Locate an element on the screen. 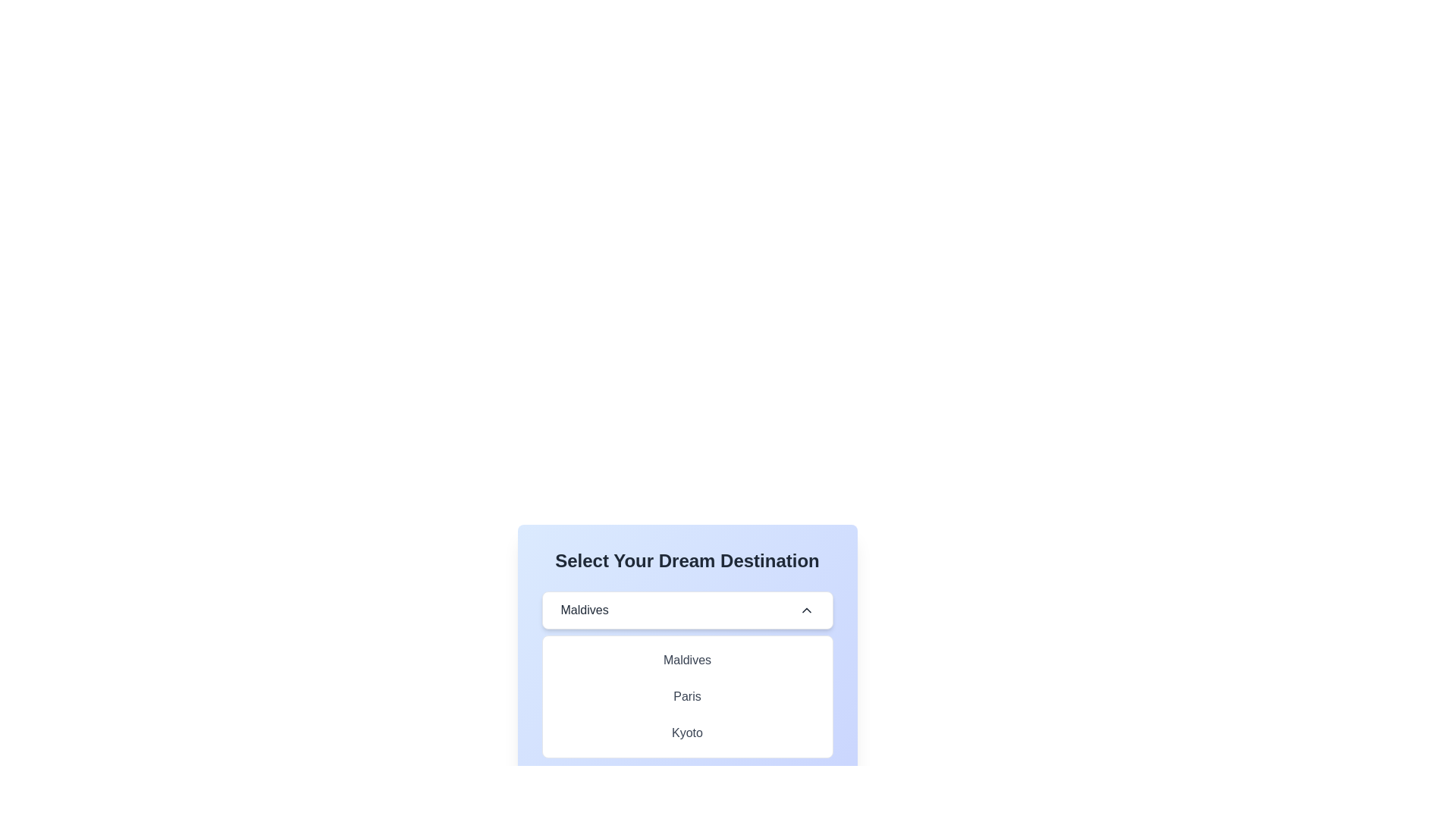  the chevron icon located in the rightmost section of the 'Maldives' box is located at coordinates (805, 610).